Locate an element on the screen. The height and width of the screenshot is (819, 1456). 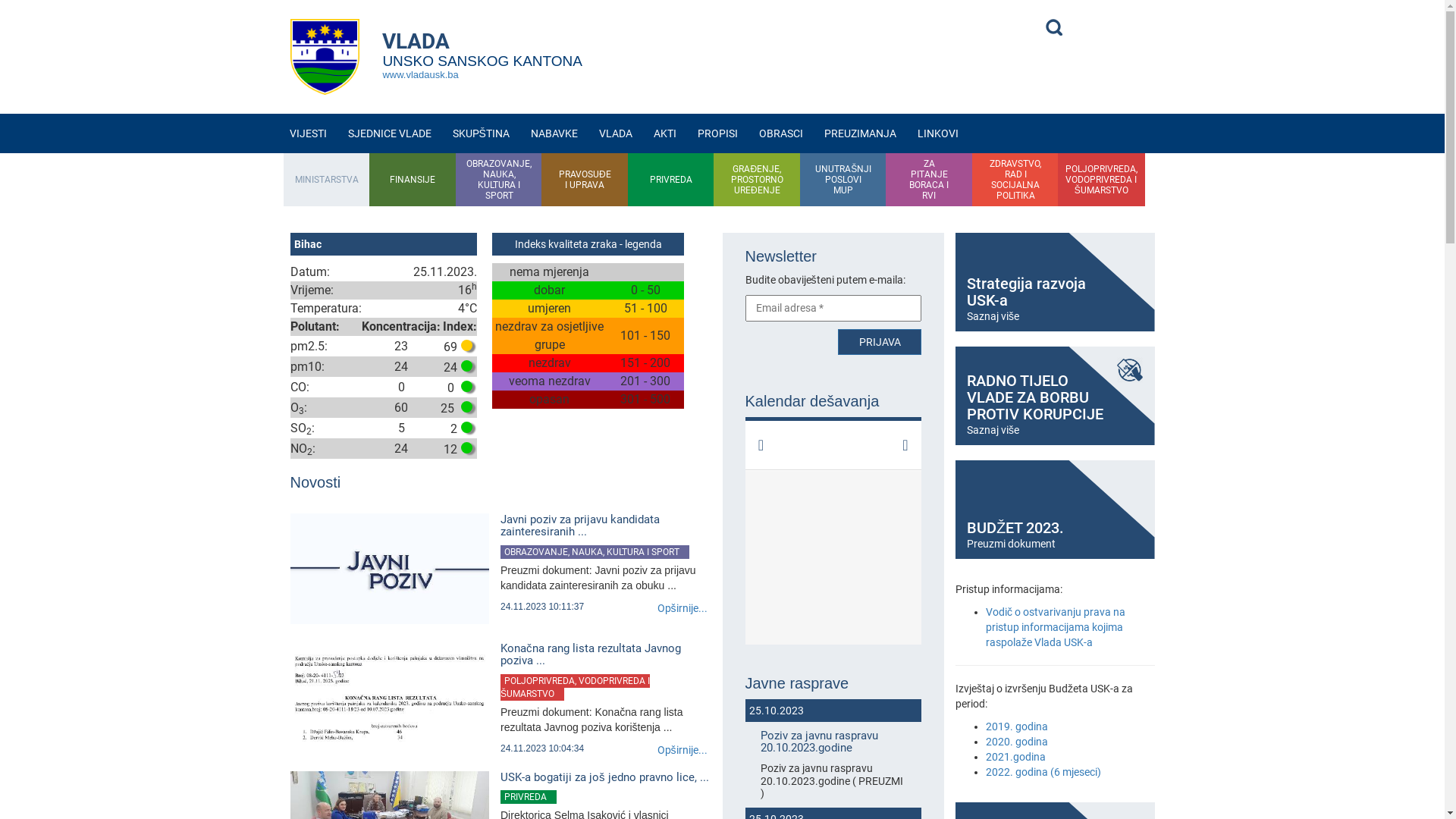
'AKTI' is located at coordinates (665, 133).